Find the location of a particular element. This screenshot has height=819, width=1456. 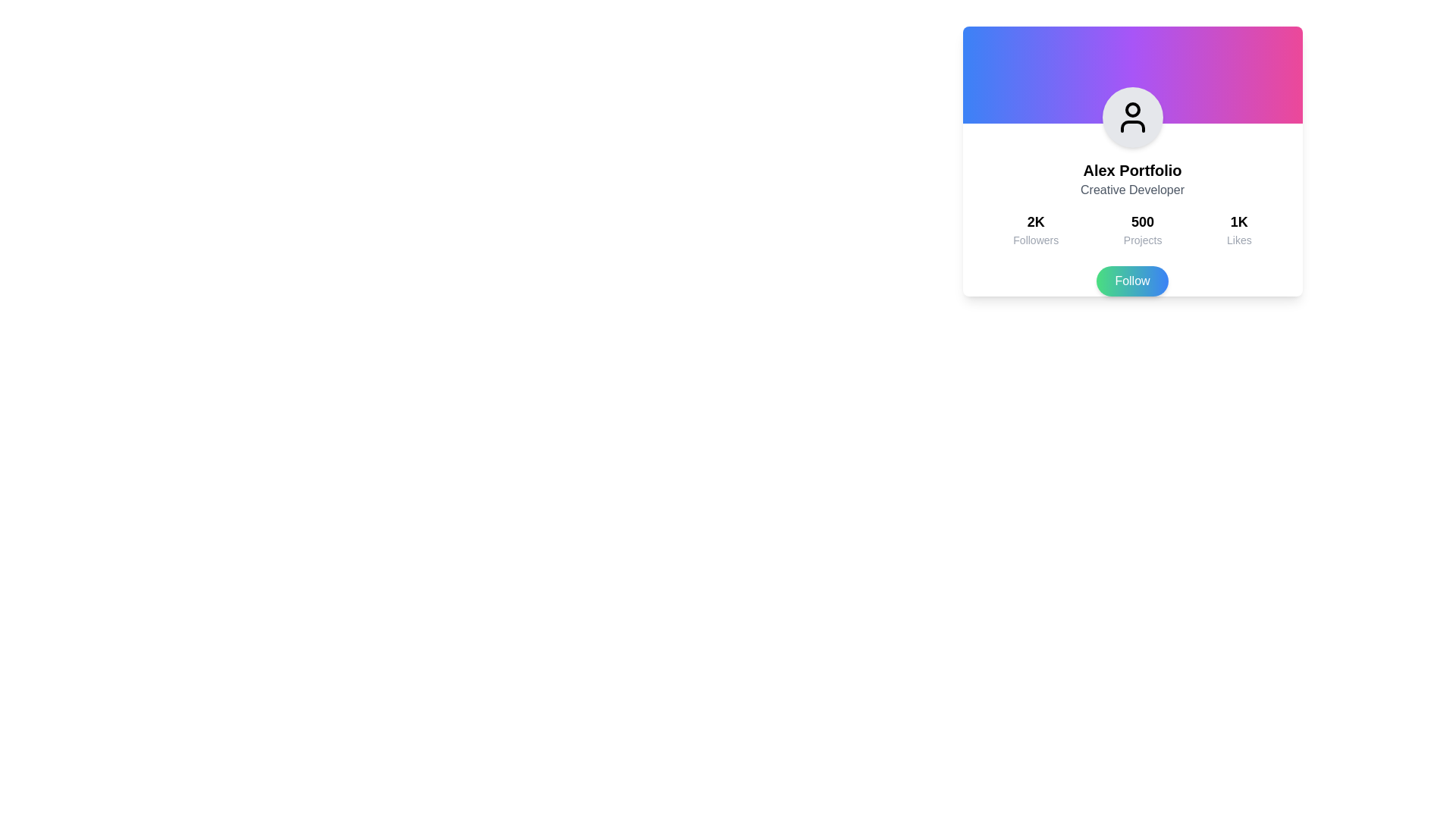

bold text label displaying '2K', which is located above the word 'Followers' in the informational section about followers is located at coordinates (1035, 222).